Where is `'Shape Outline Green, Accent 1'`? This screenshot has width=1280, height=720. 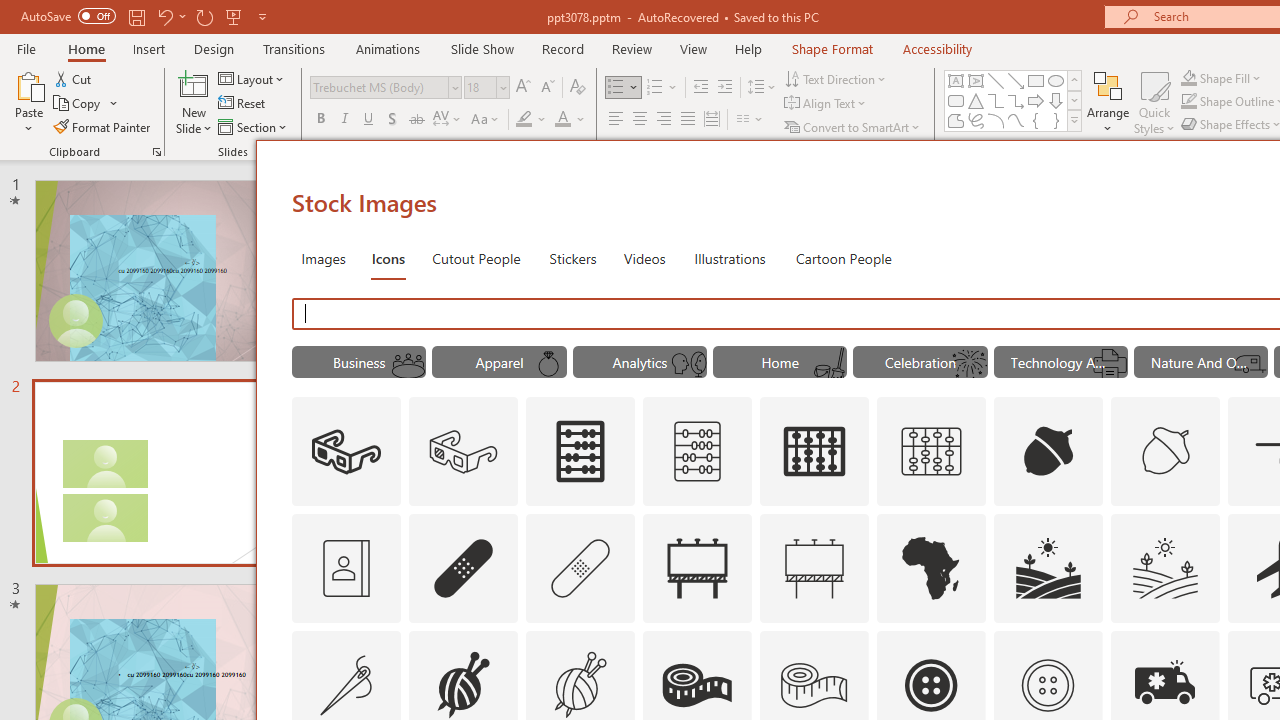 'Shape Outline Green, Accent 1' is located at coordinates (1189, 101).